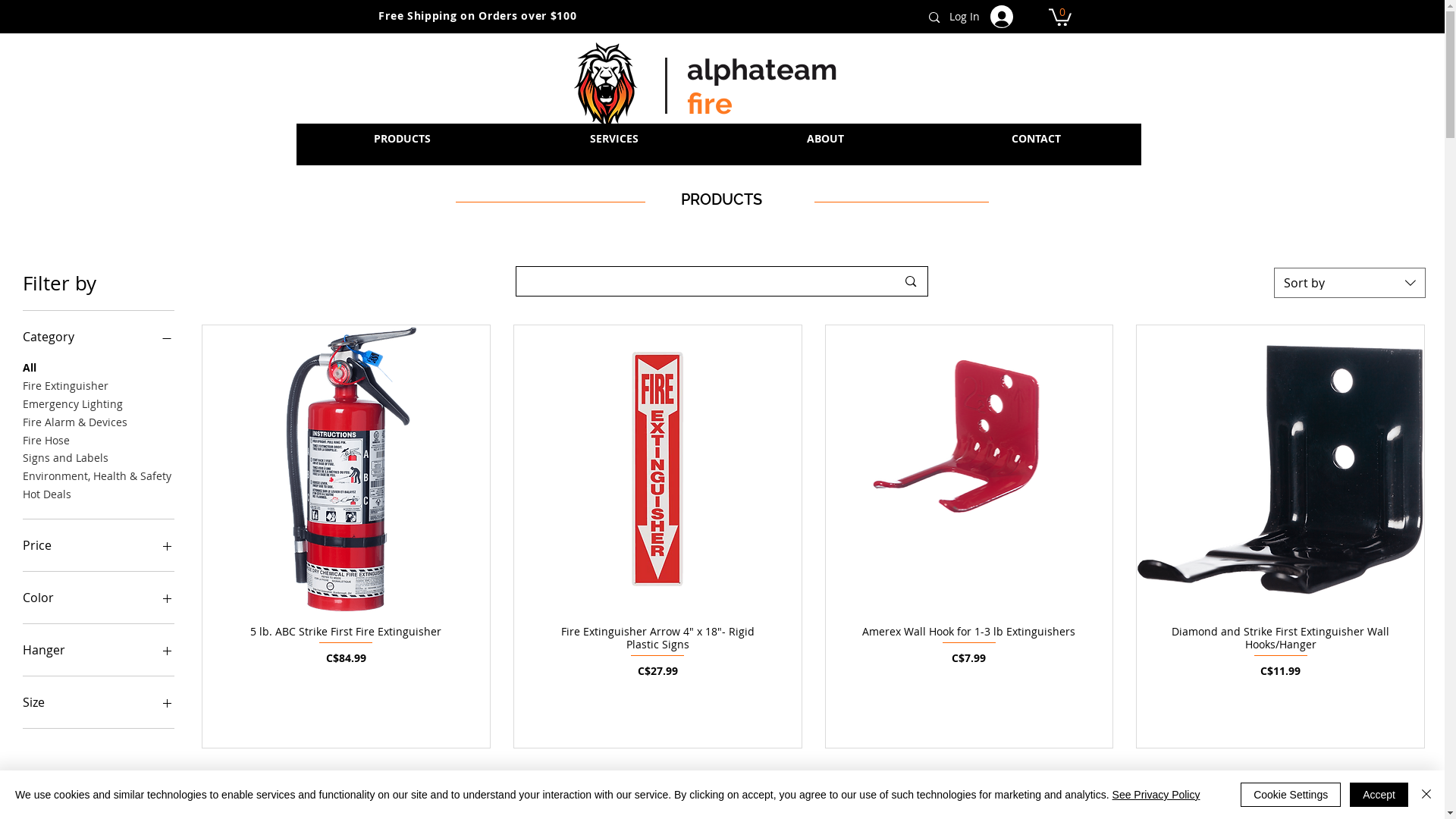 This screenshot has width=1456, height=819. I want to click on 'ABOUT', so click(823, 138).